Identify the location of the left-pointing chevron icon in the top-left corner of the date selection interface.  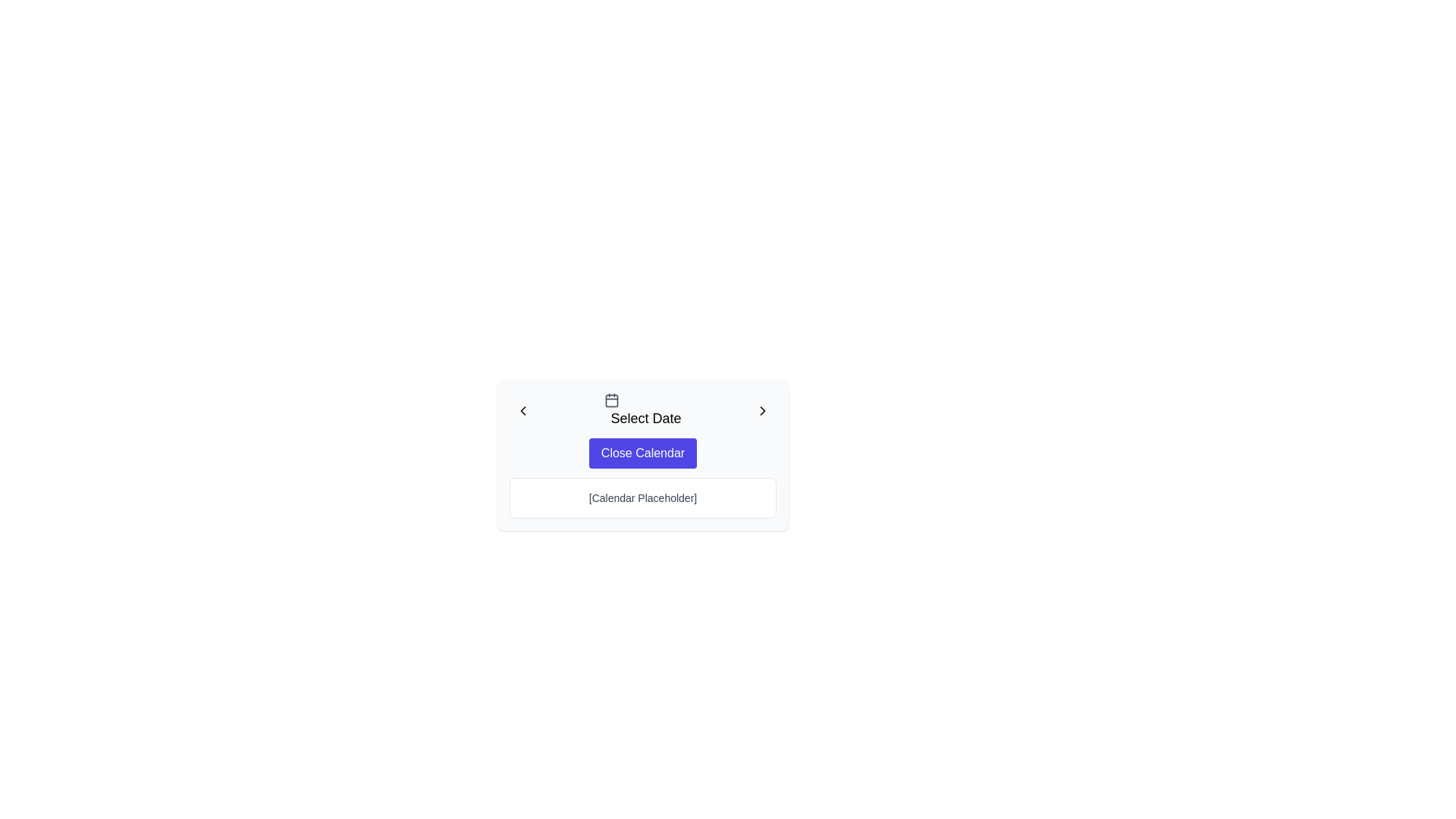
(523, 411).